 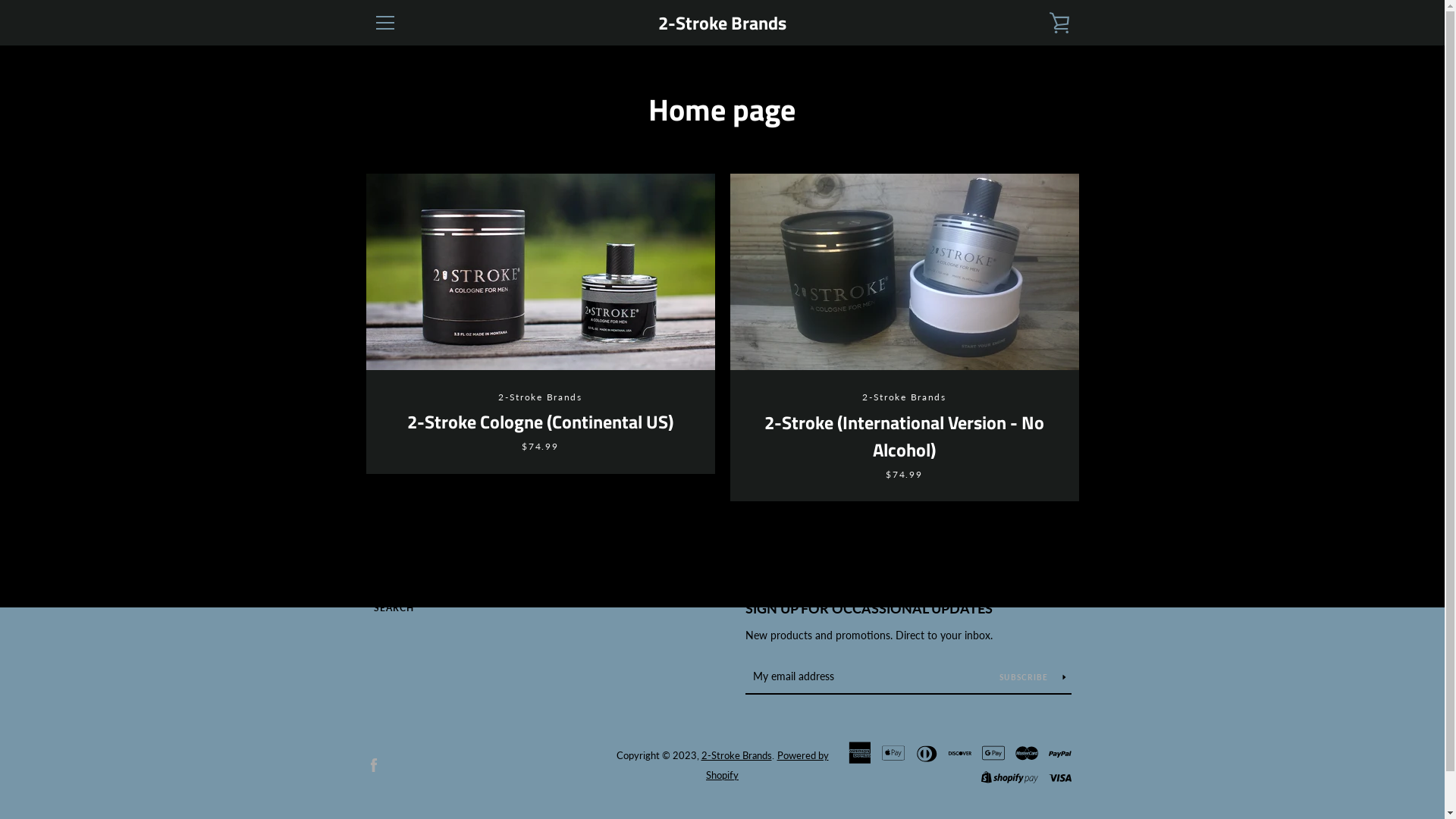 What do you see at coordinates (372, 607) in the screenshot?
I see `'SEARCH'` at bounding box center [372, 607].